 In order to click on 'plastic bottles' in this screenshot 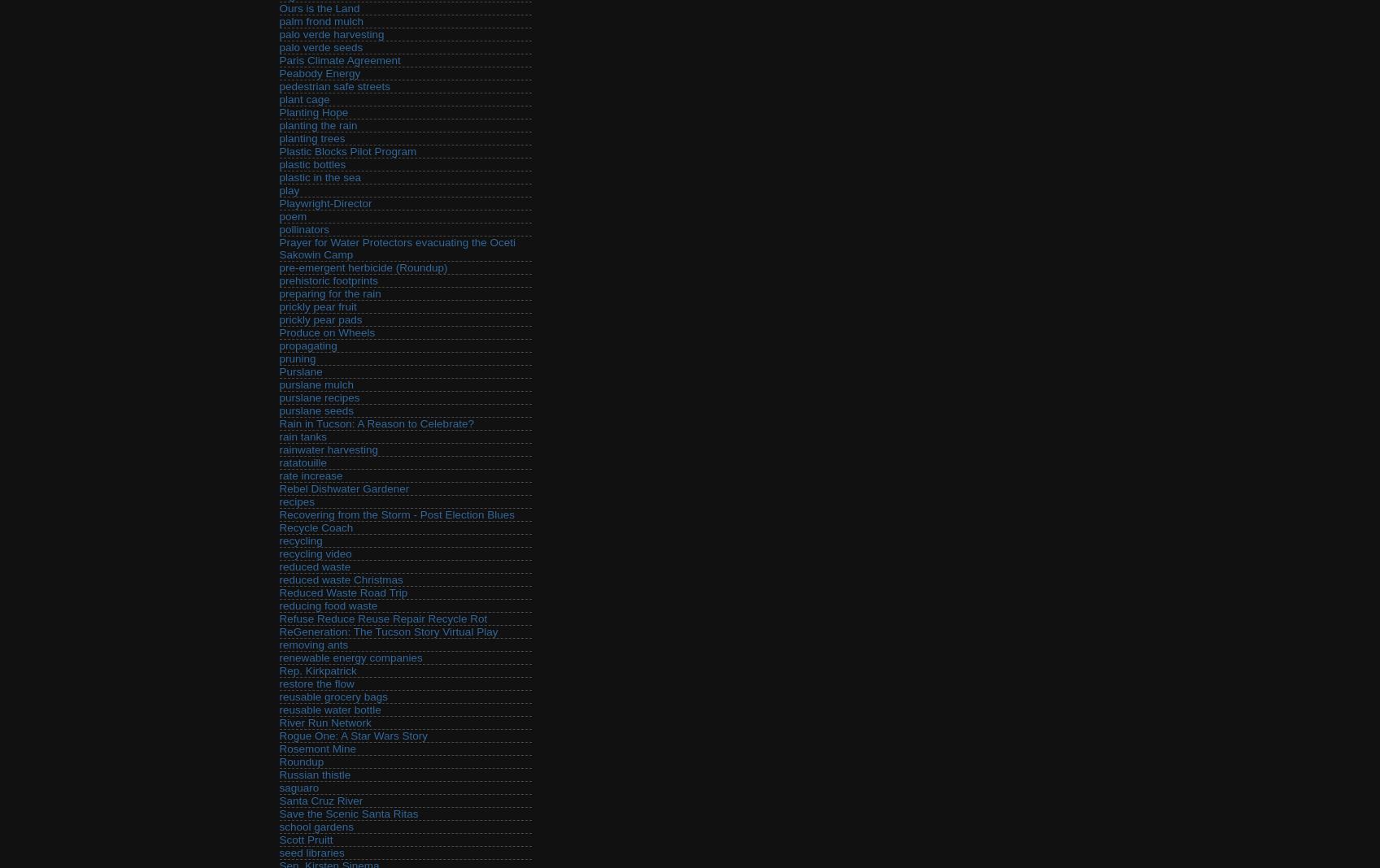, I will do `click(312, 164)`.